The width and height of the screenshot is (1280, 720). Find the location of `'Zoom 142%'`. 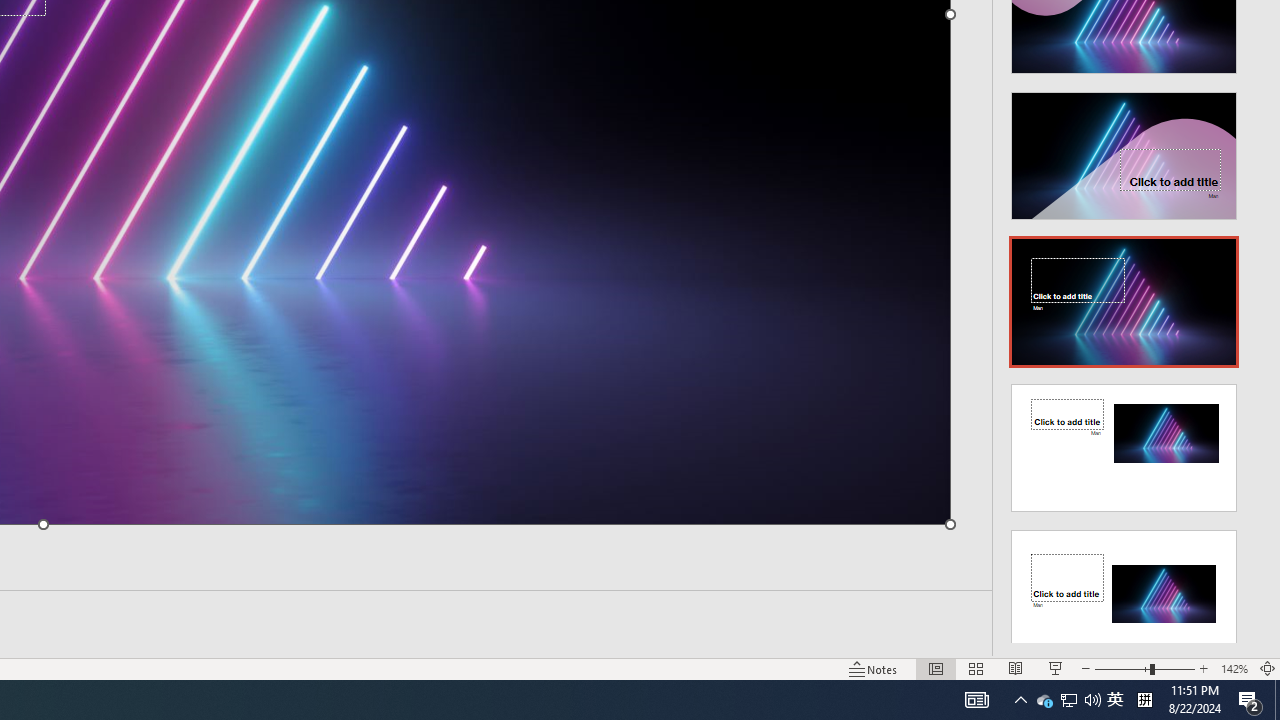

'Zoom 142%' is located at coordinates (1233, 669).